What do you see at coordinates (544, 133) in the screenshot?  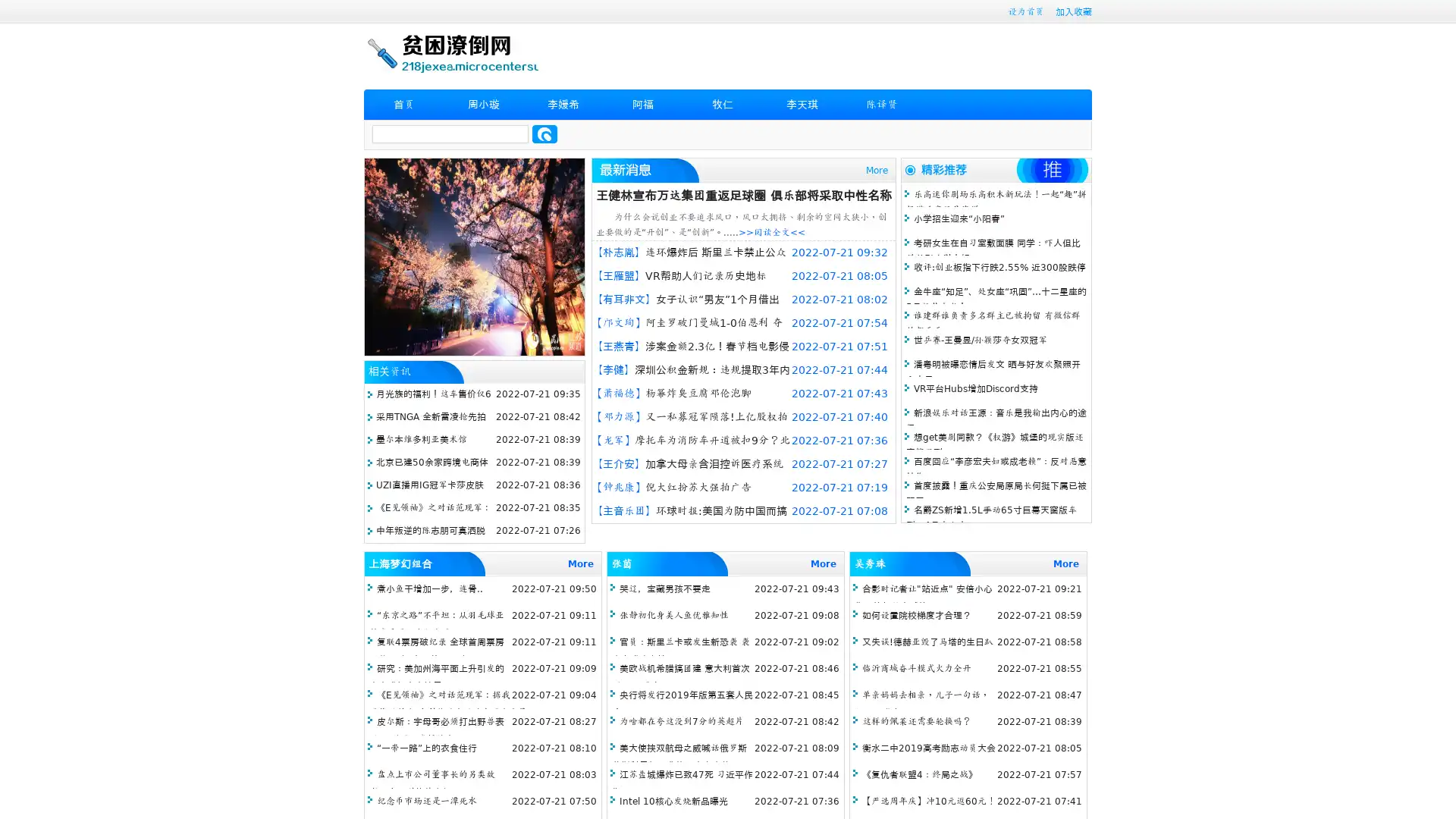 I see `Search` at bounding box center [544, 133].